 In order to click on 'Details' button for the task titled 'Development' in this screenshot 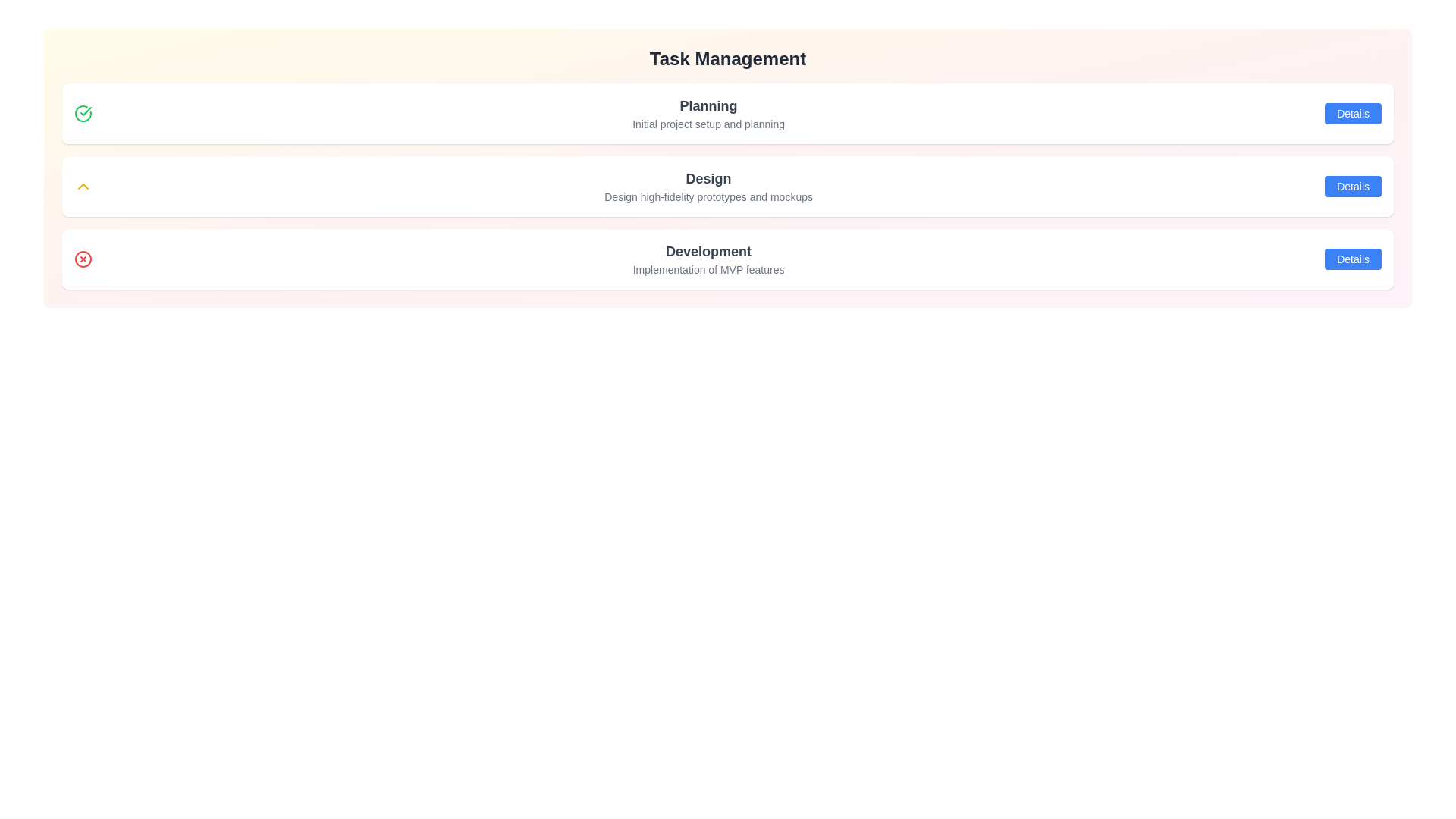, I will do `click(1353, 259)`.